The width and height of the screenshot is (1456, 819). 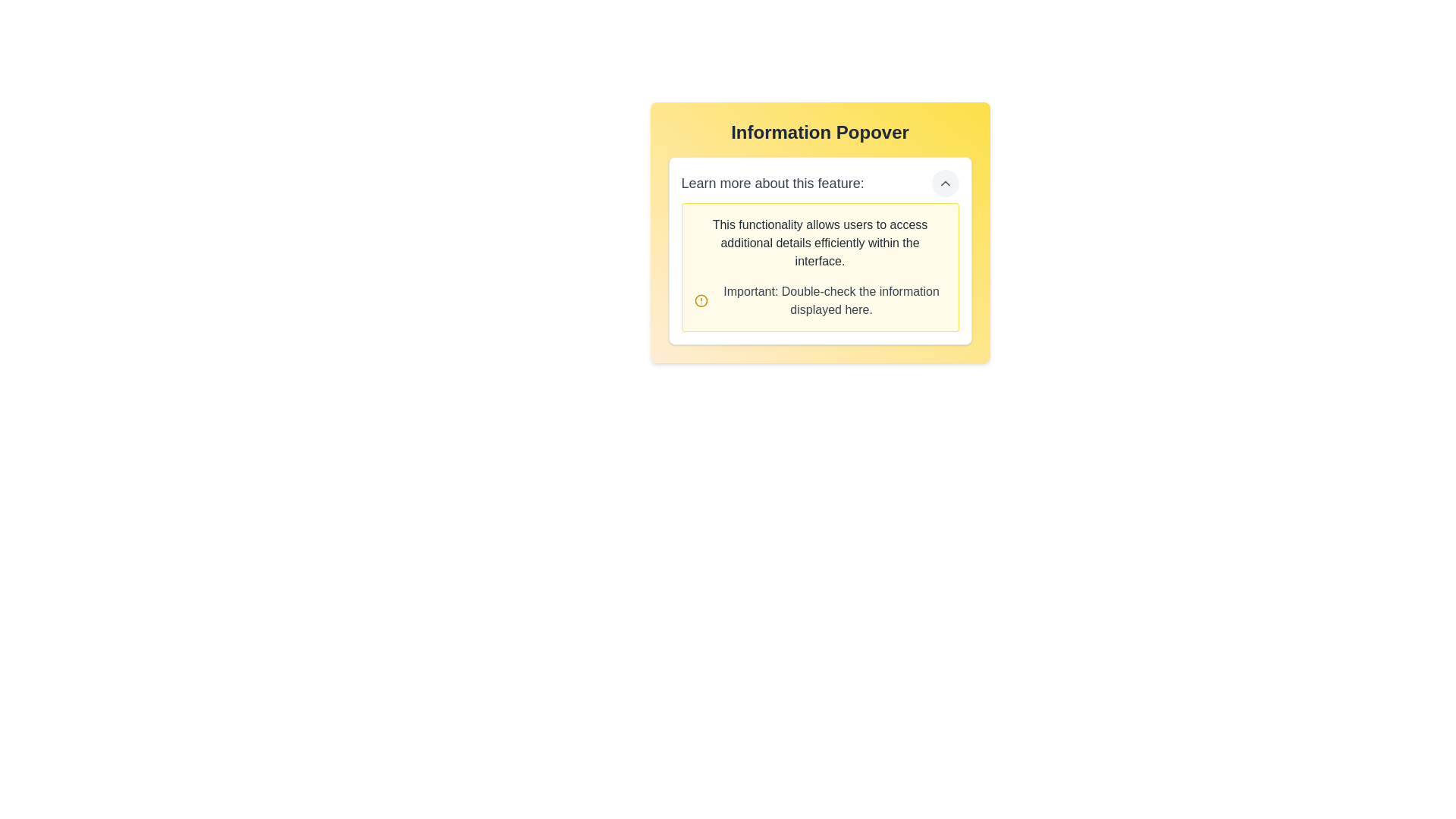 What do you see at coordinates (819, 183) in the screenshot?
I see `the text heading with an attached interactive icon located at the top of the information popover for potential interactive effects` at bounding box center [819, 183].